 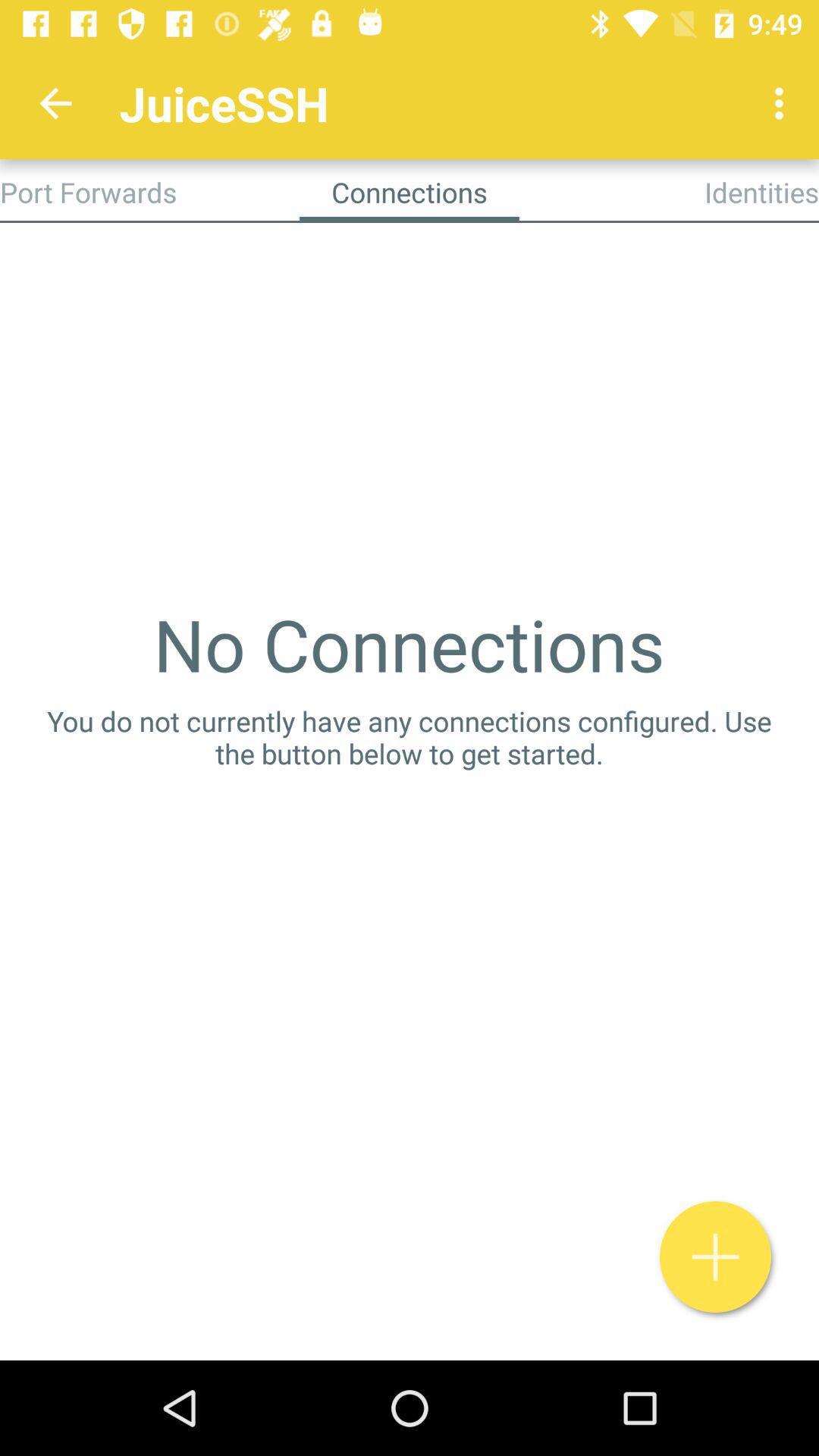 What do you see at coordinates (715, 1257) in the screenshot?
I see `connection` at bounding box center [715, 1257].